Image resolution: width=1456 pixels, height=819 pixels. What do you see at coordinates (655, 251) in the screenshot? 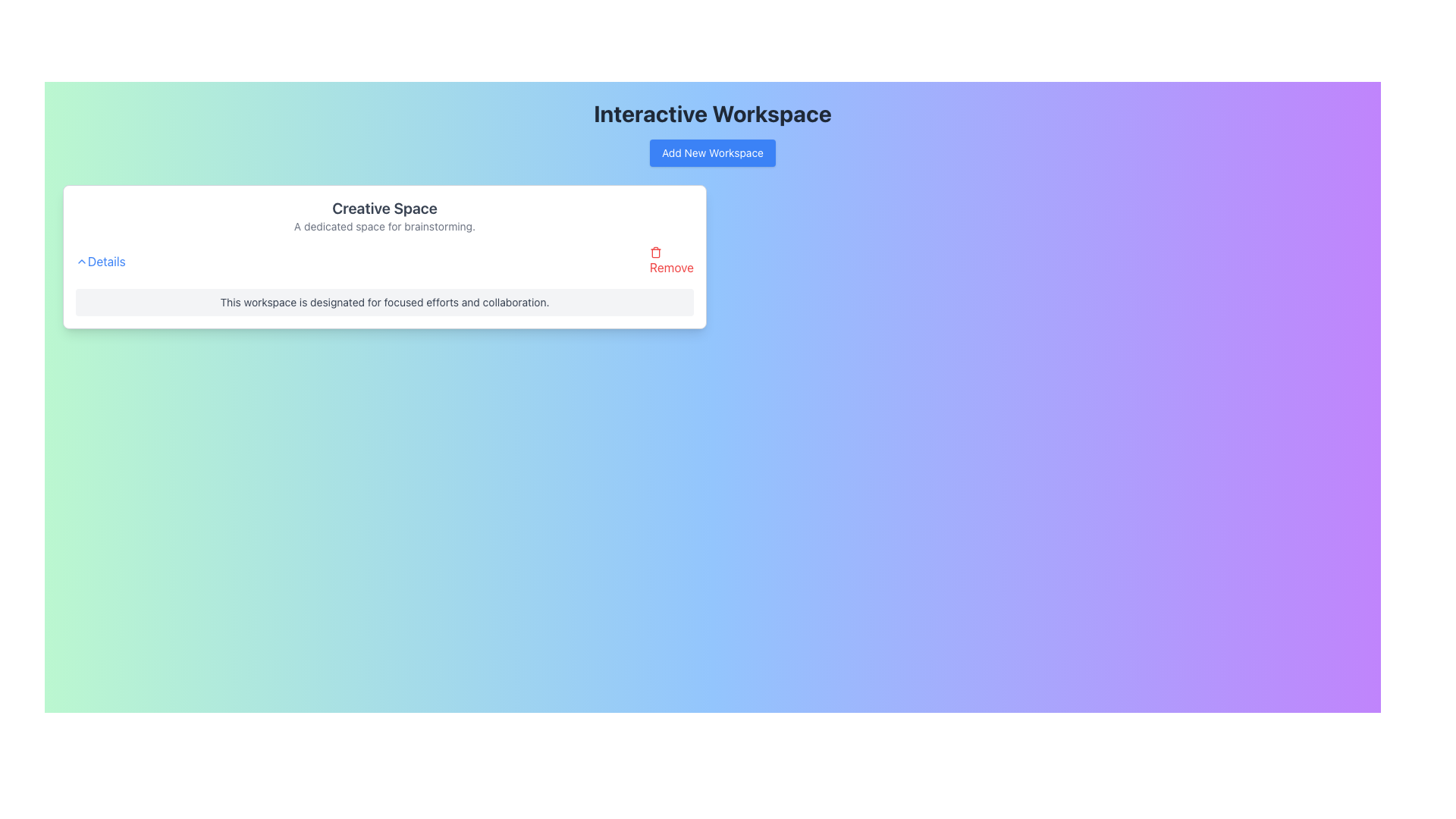
I see `the remove icon located to the right side within the 'Creative Space' card` at bounding box center [655, 251].